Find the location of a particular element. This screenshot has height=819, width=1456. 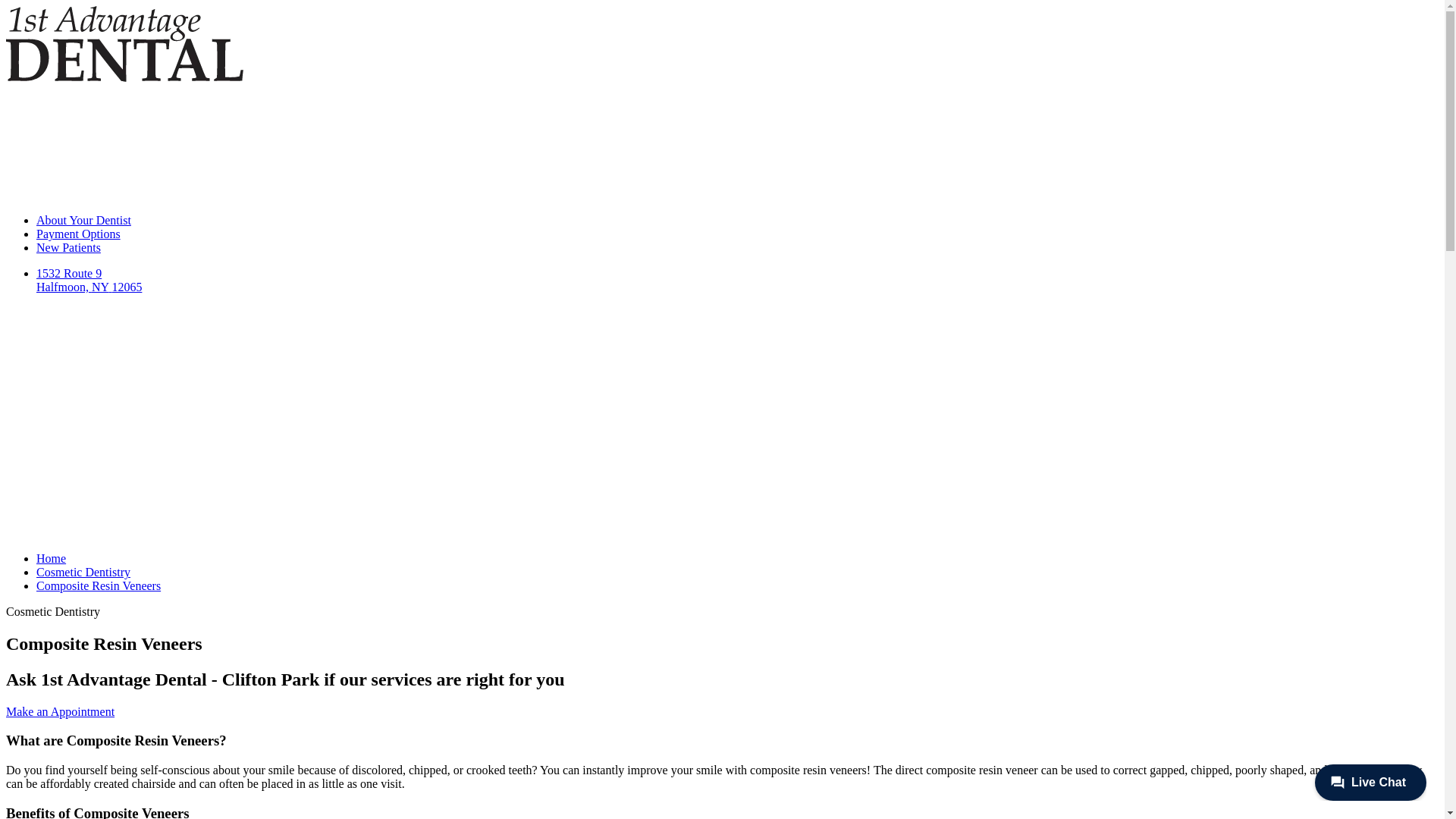

'Make an Appointment' is located at coordinates (60, 711).